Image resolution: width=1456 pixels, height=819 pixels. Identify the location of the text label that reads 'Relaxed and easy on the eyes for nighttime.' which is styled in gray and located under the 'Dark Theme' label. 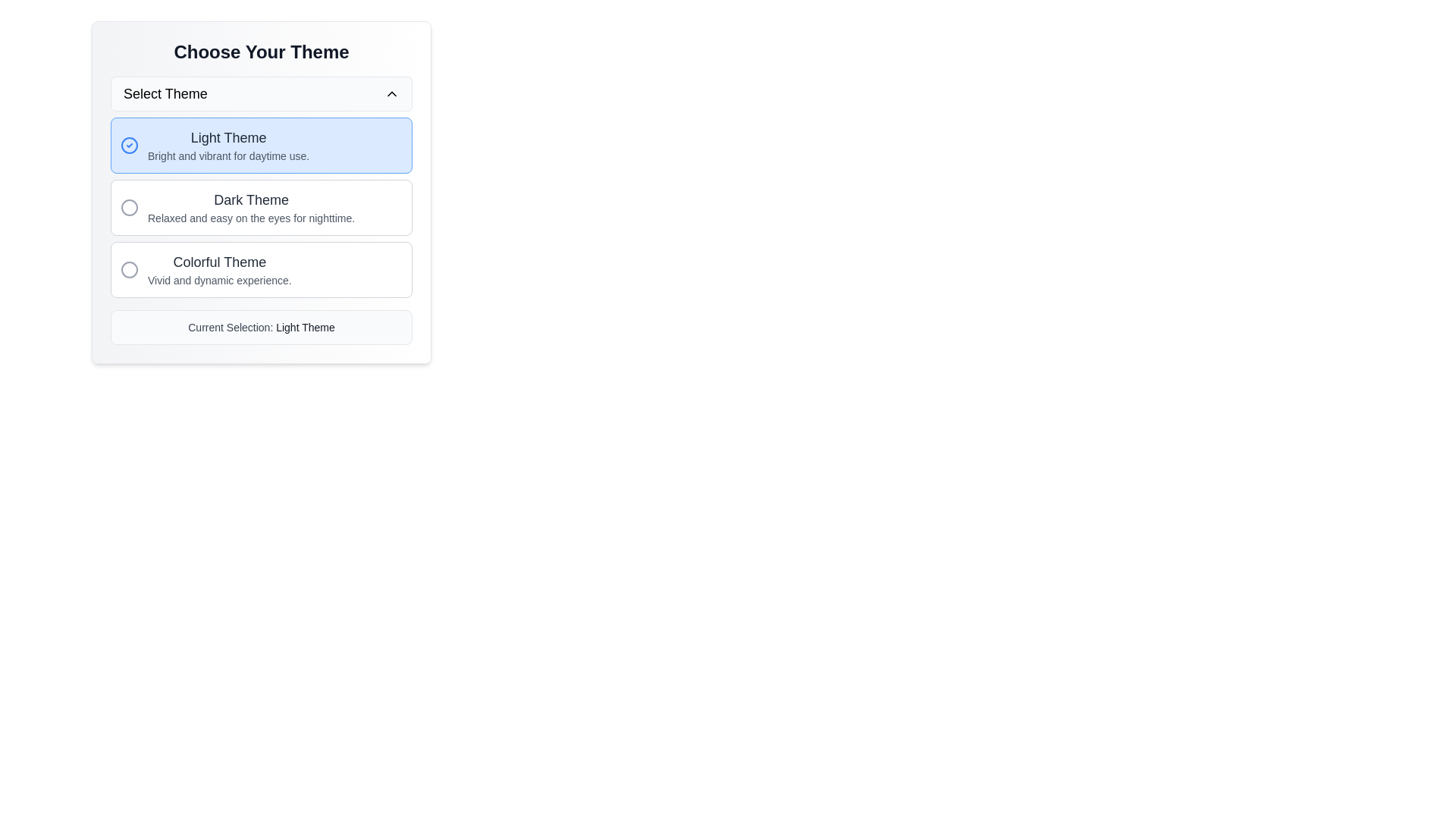
(251, 218).